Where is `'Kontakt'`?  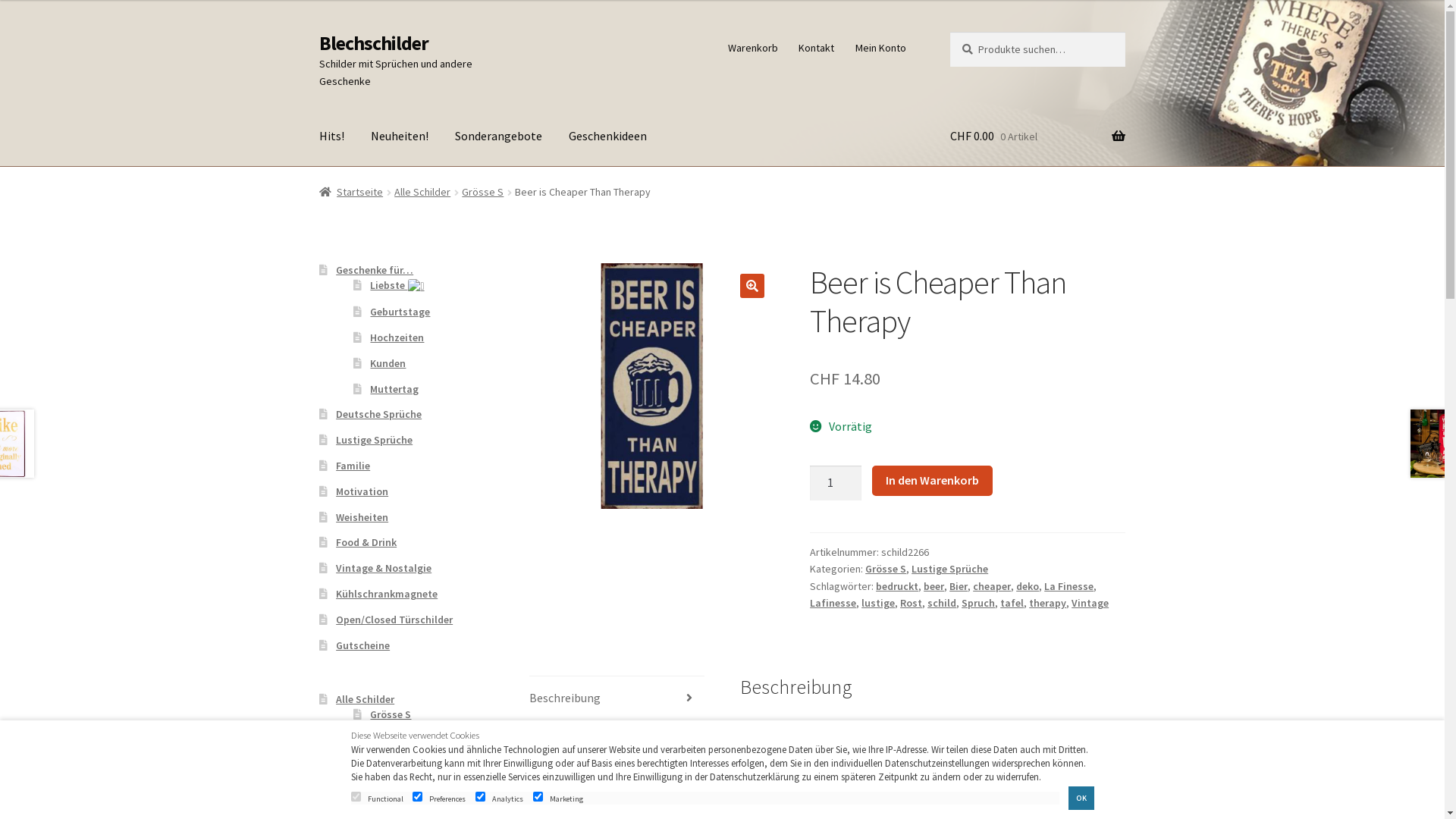 'Kontakt' is located at coordinates (815, 46).